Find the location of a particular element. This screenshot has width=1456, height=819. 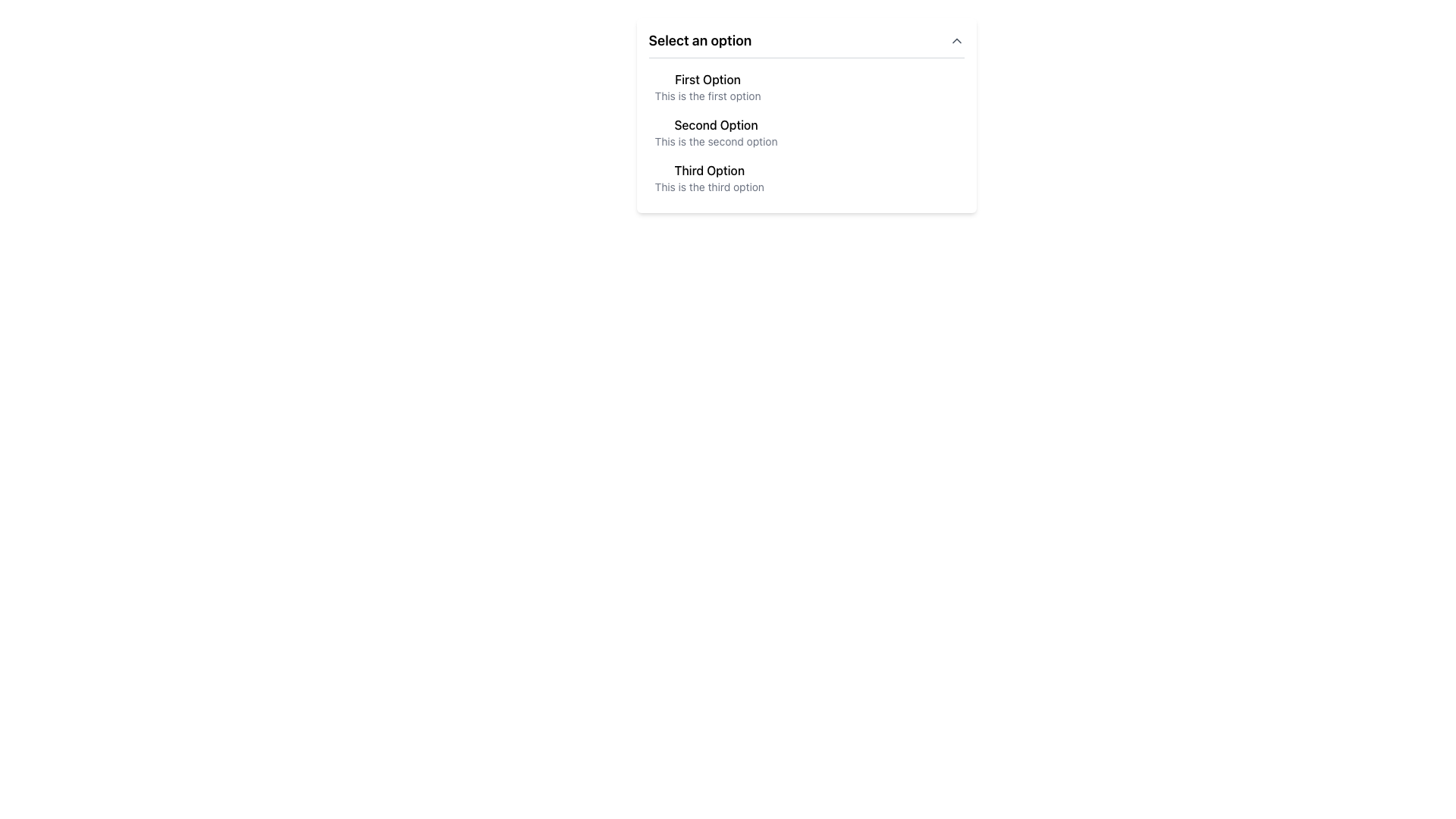

the 'Second Option' in the dropdown list is located at coordinates (805, 131).